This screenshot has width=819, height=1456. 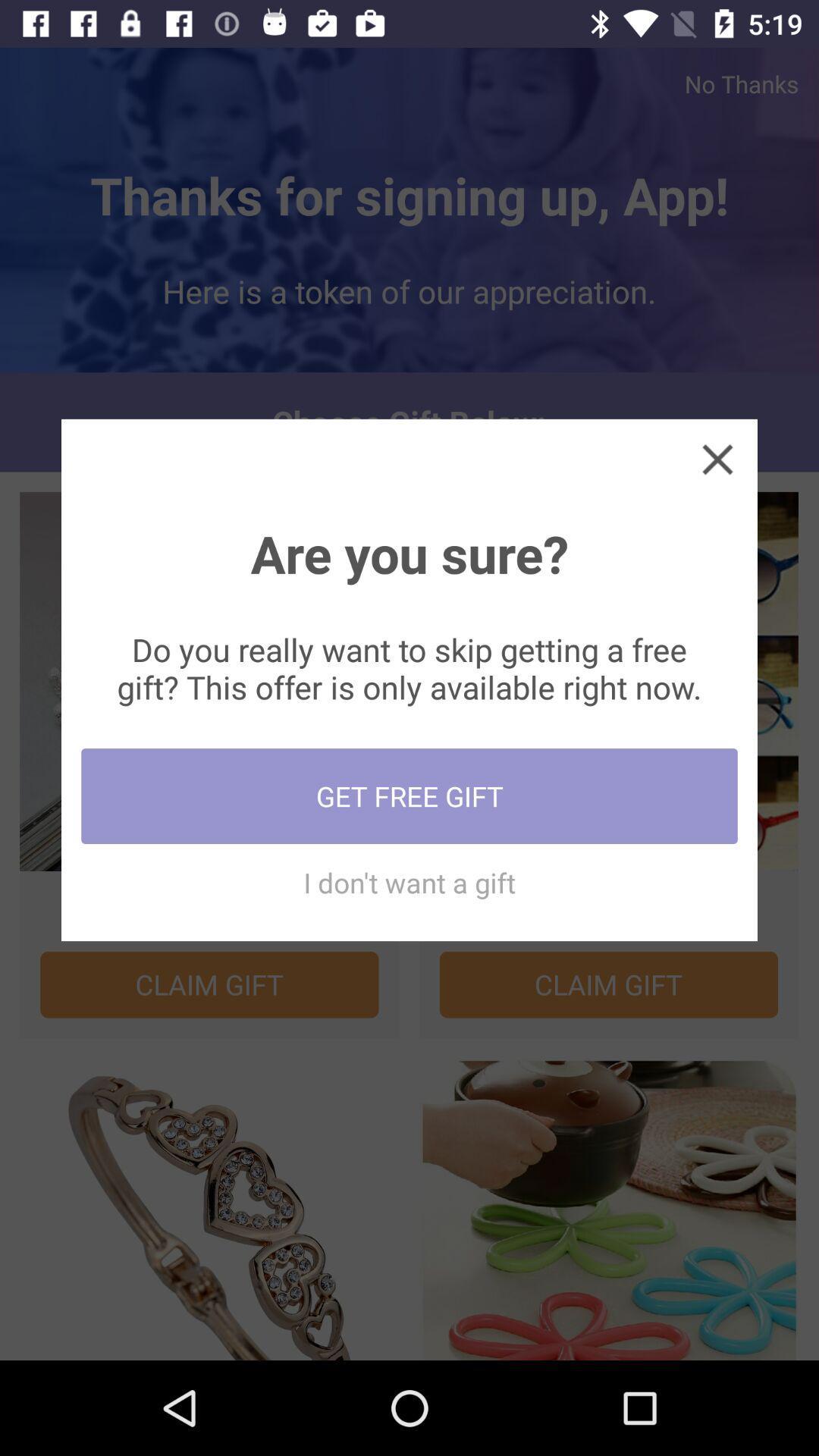 What do you see at coordinates (717, 458) in the screenshot?
I see `item above the are you sure? icon` at bounding box center [717, 458].